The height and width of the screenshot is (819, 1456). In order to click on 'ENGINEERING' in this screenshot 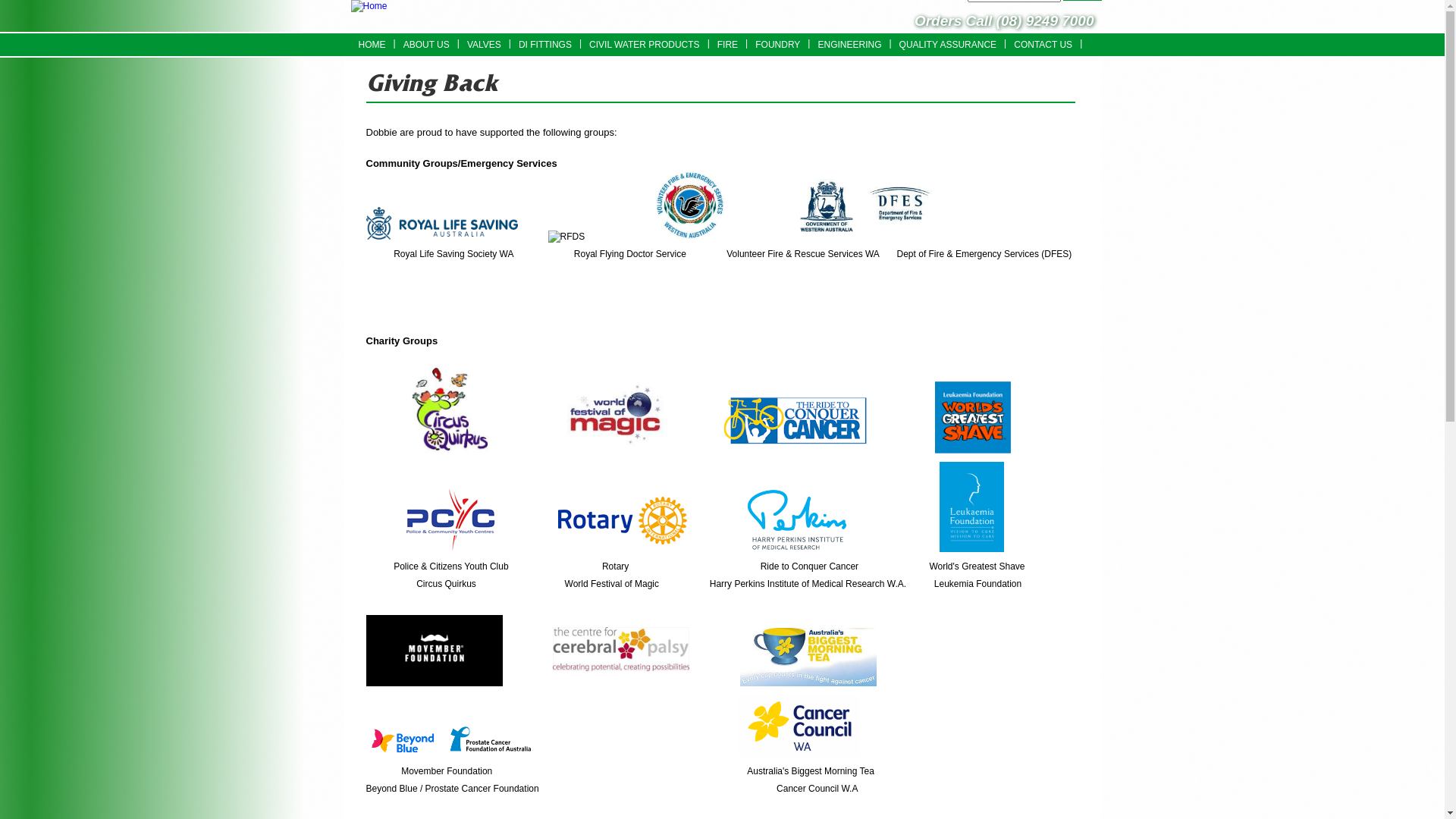, I will do `click(809, 44)`.